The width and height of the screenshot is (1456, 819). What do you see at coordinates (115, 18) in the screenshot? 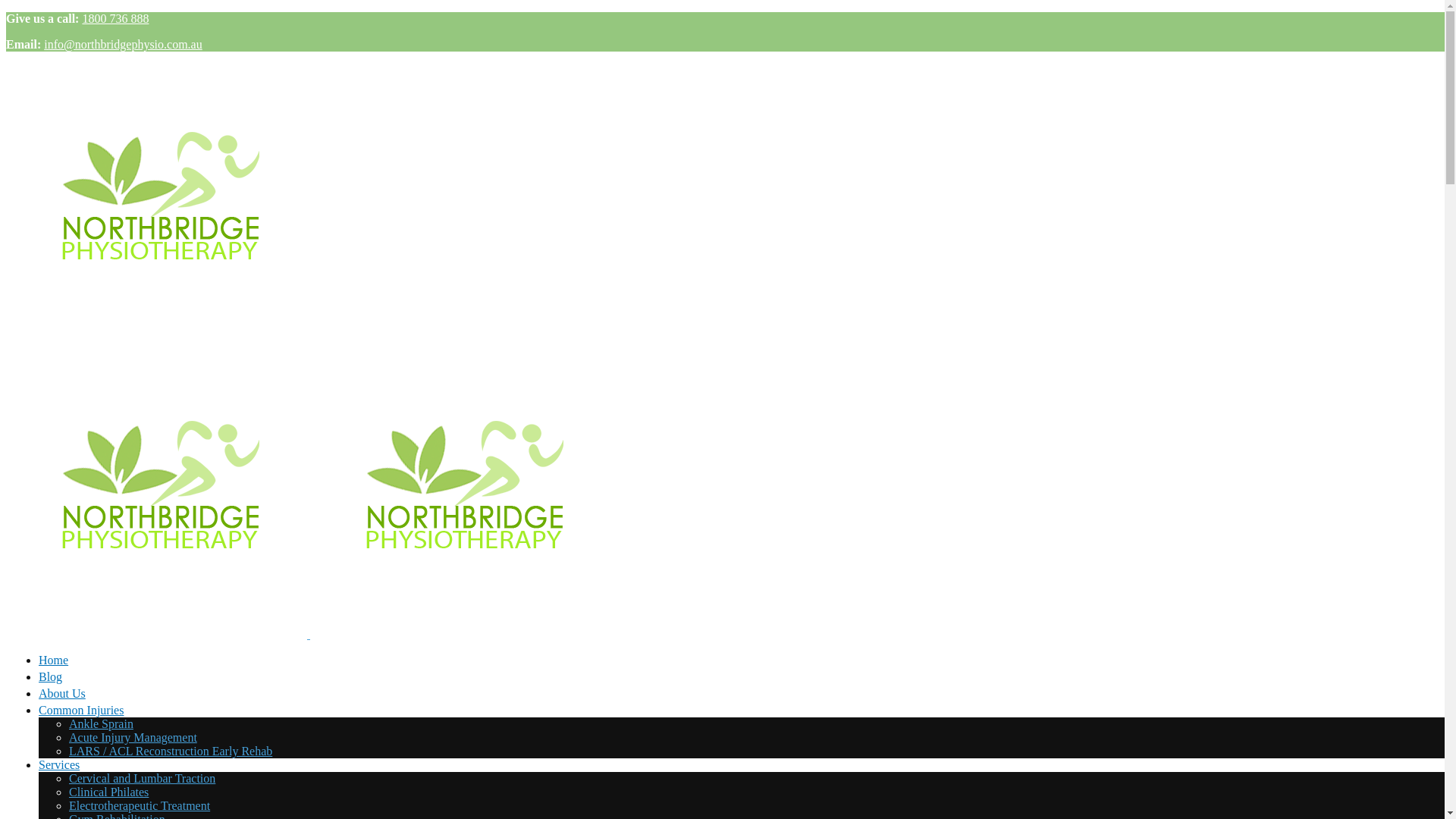
I see `'1800 736 888'` at bounding box center [115, 18].